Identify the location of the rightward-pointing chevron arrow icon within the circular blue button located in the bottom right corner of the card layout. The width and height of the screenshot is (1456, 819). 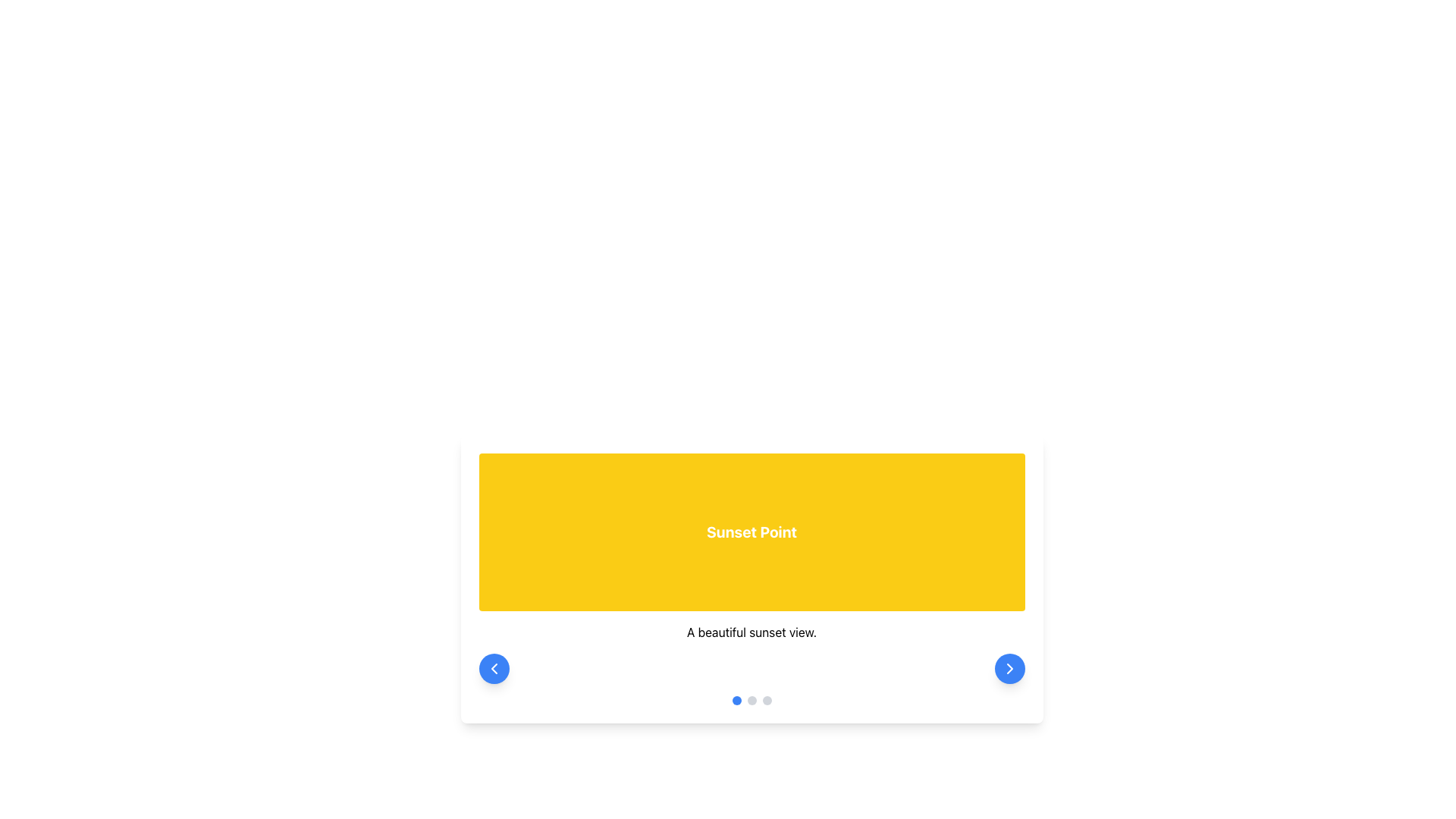
(1009, 668).